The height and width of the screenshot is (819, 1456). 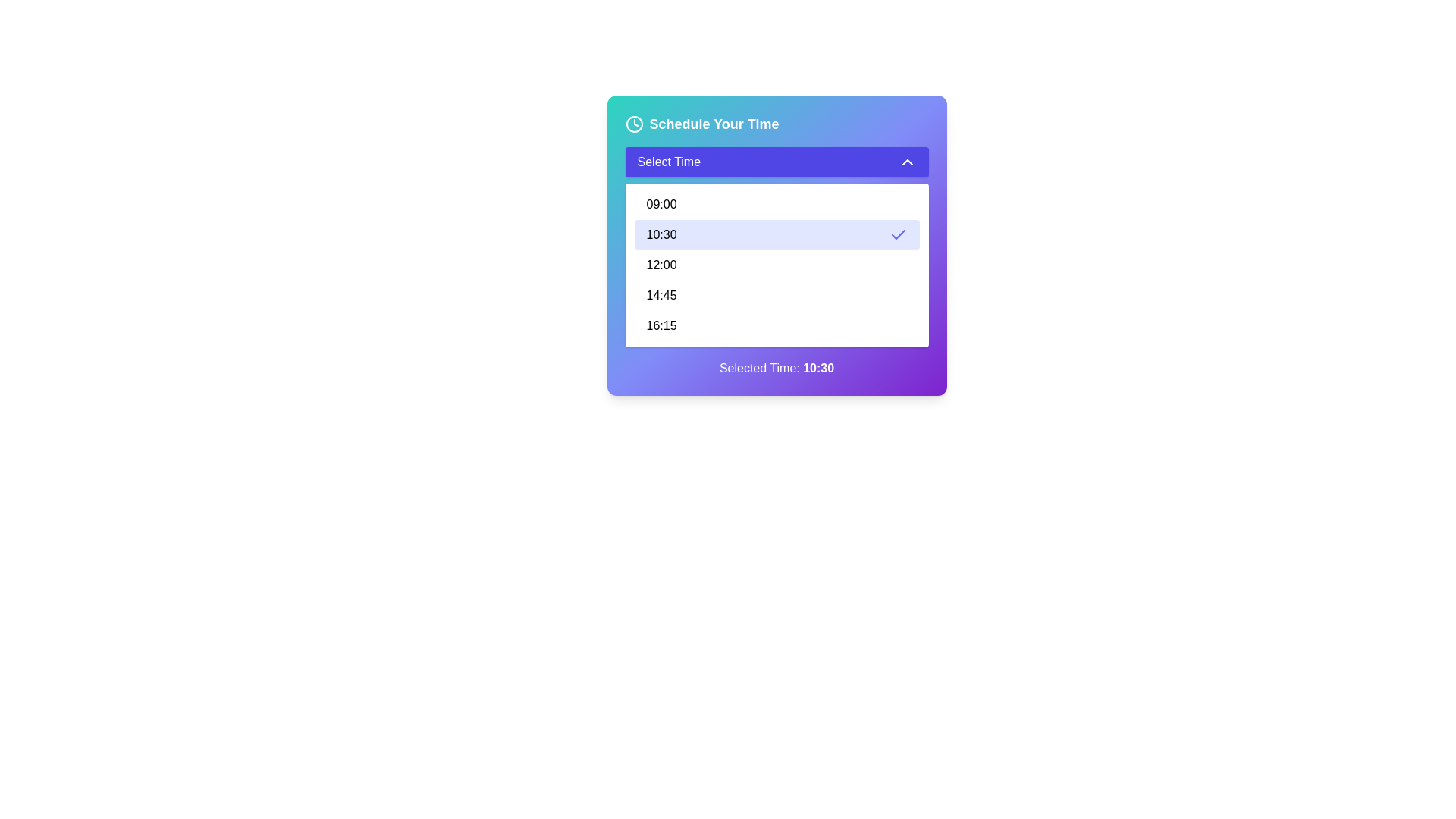 I want to click on the selectable list item displaying '14:45' in the dropdown menu, so click(x=777, y=295).